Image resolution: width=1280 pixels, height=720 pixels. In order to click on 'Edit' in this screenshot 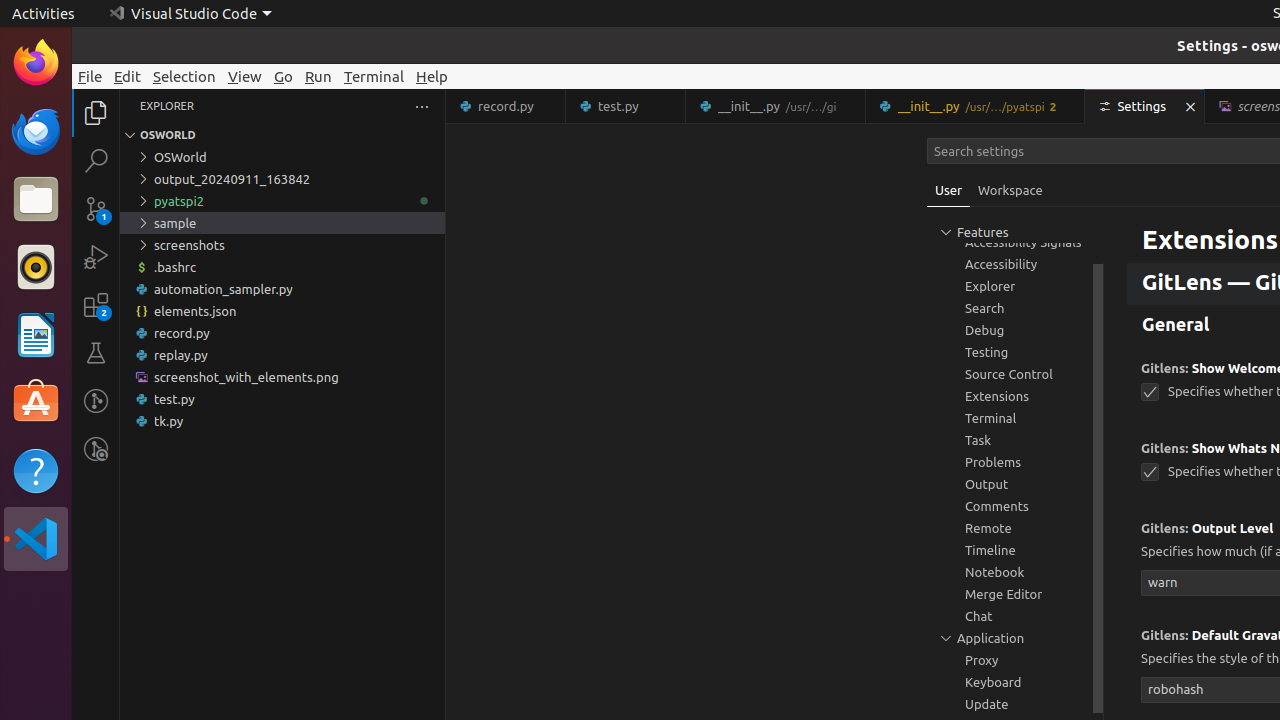, I will do `click(126, 75)`.